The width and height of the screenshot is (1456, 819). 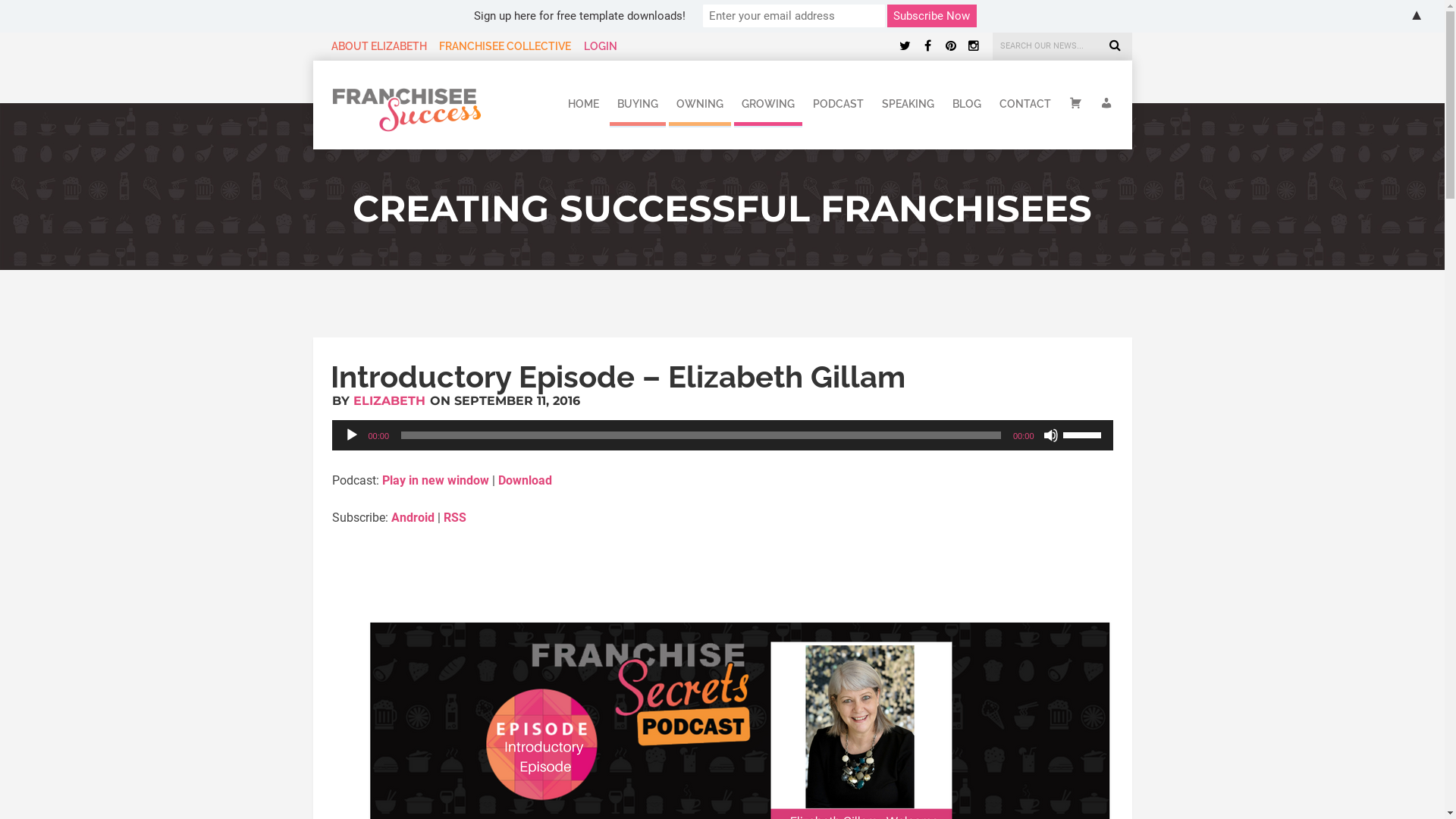 What do you see at coordinates (453, 516) in the screenshot?
I see `'RSS'` at bounding box center [453, 516].